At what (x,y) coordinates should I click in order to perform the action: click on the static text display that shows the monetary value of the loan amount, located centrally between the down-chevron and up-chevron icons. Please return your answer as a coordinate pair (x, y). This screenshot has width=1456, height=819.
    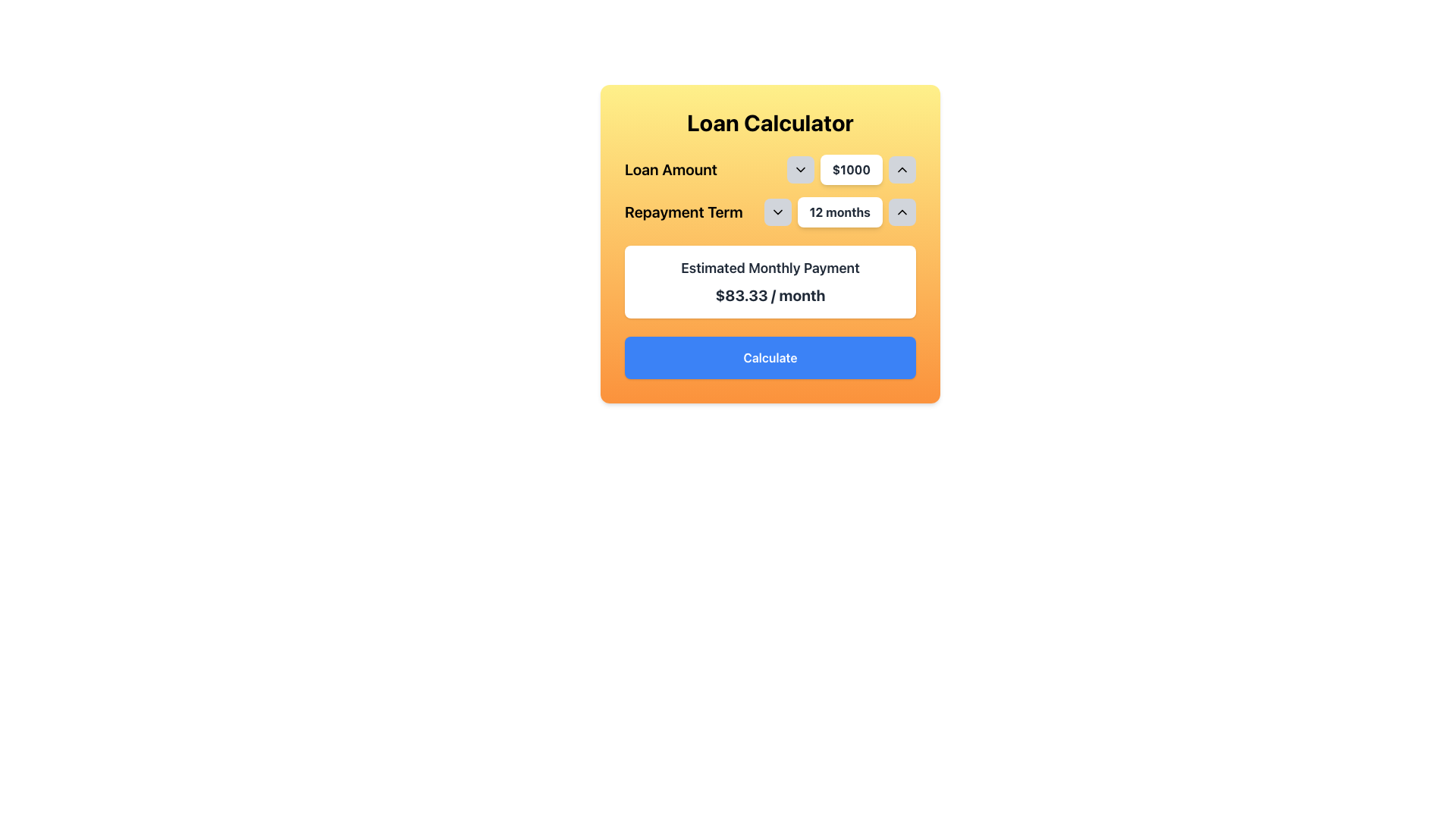
    Looking at the image, I should click on (851, 169).